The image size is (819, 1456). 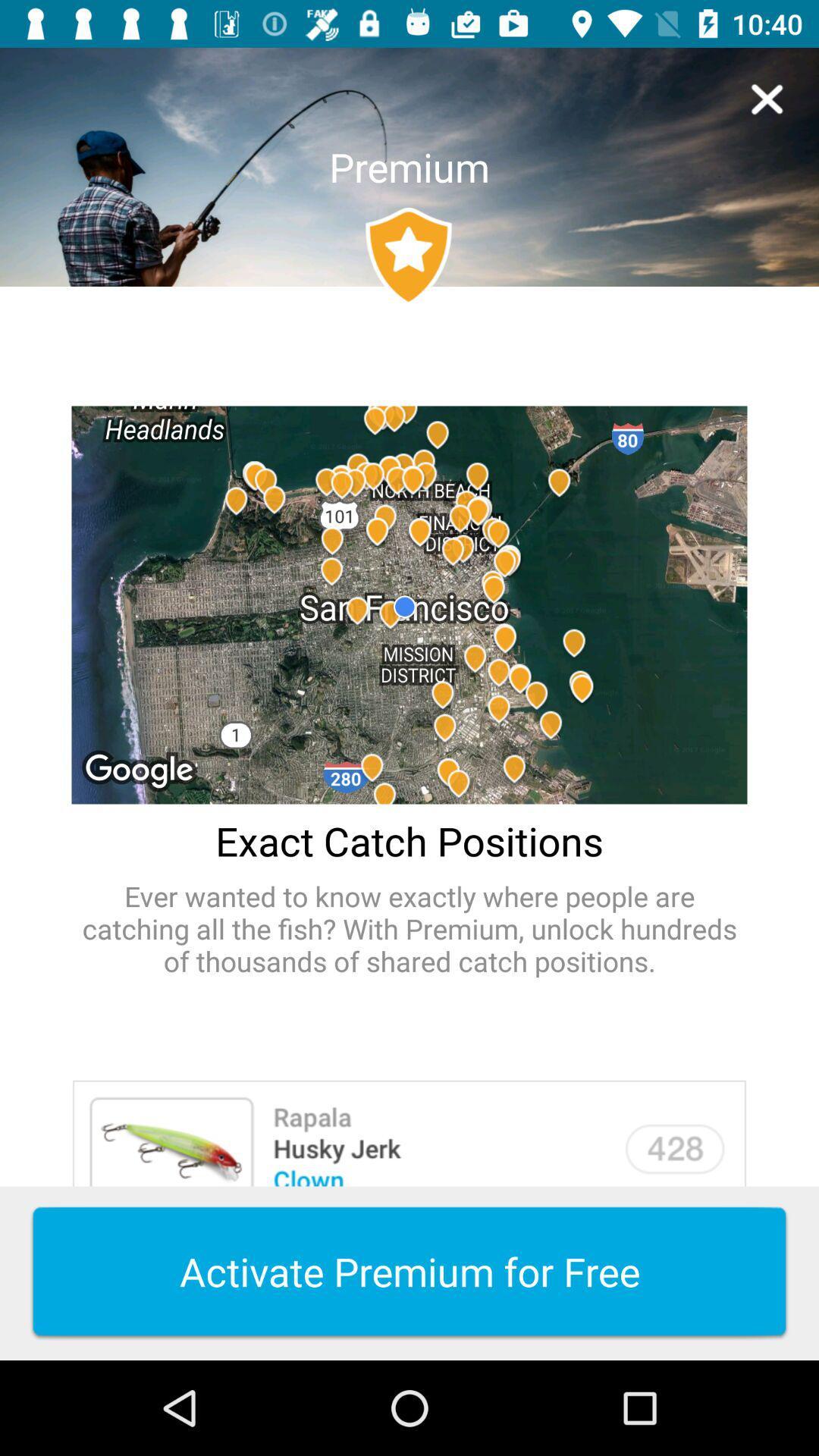 I want to click on current screen, so click(x=767, y=99).